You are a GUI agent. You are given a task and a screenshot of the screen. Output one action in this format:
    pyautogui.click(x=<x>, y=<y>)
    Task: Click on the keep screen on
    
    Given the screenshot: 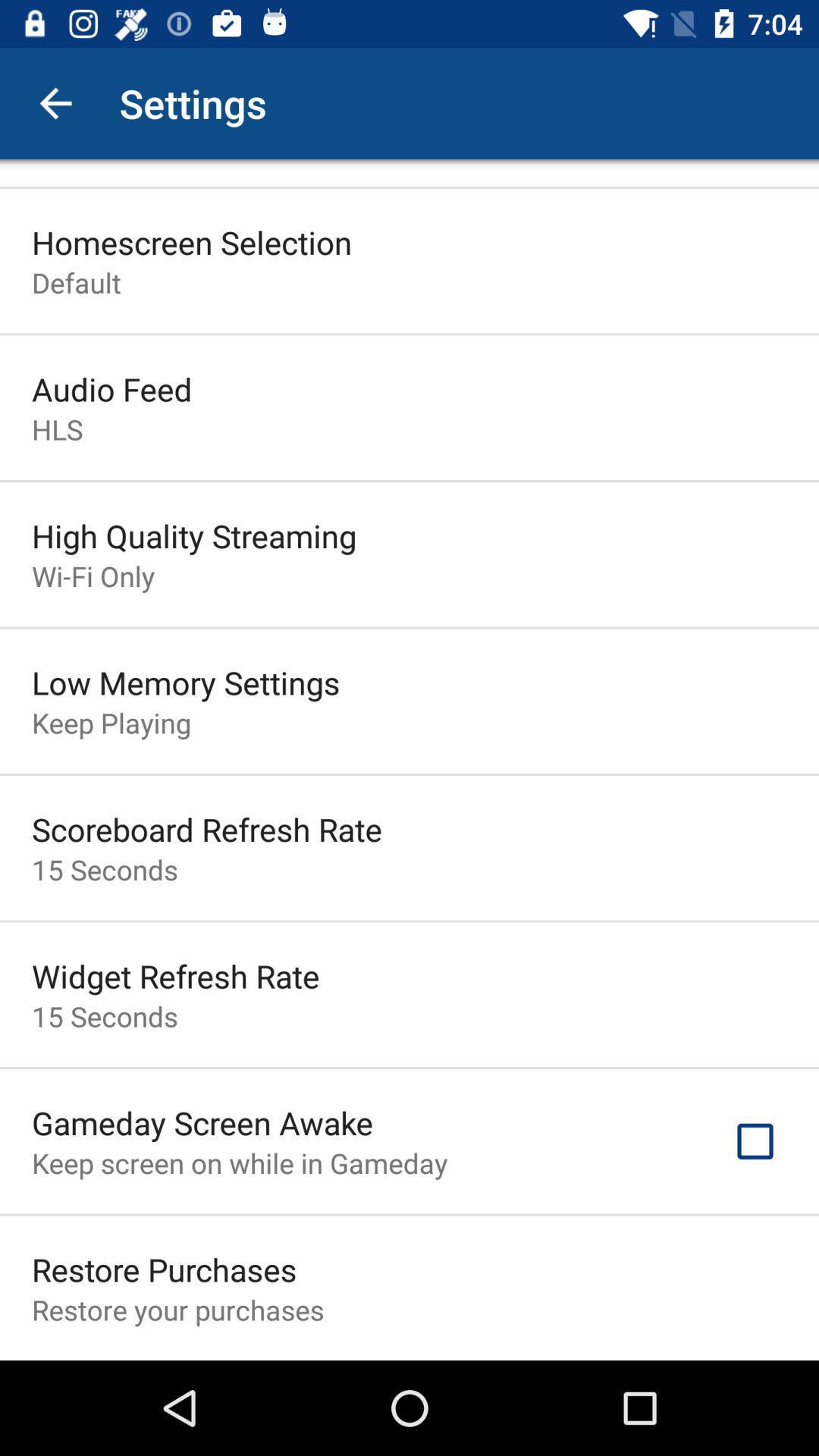 What is the action you would take?
    pyautogui.click(x=239, y=1162)
    